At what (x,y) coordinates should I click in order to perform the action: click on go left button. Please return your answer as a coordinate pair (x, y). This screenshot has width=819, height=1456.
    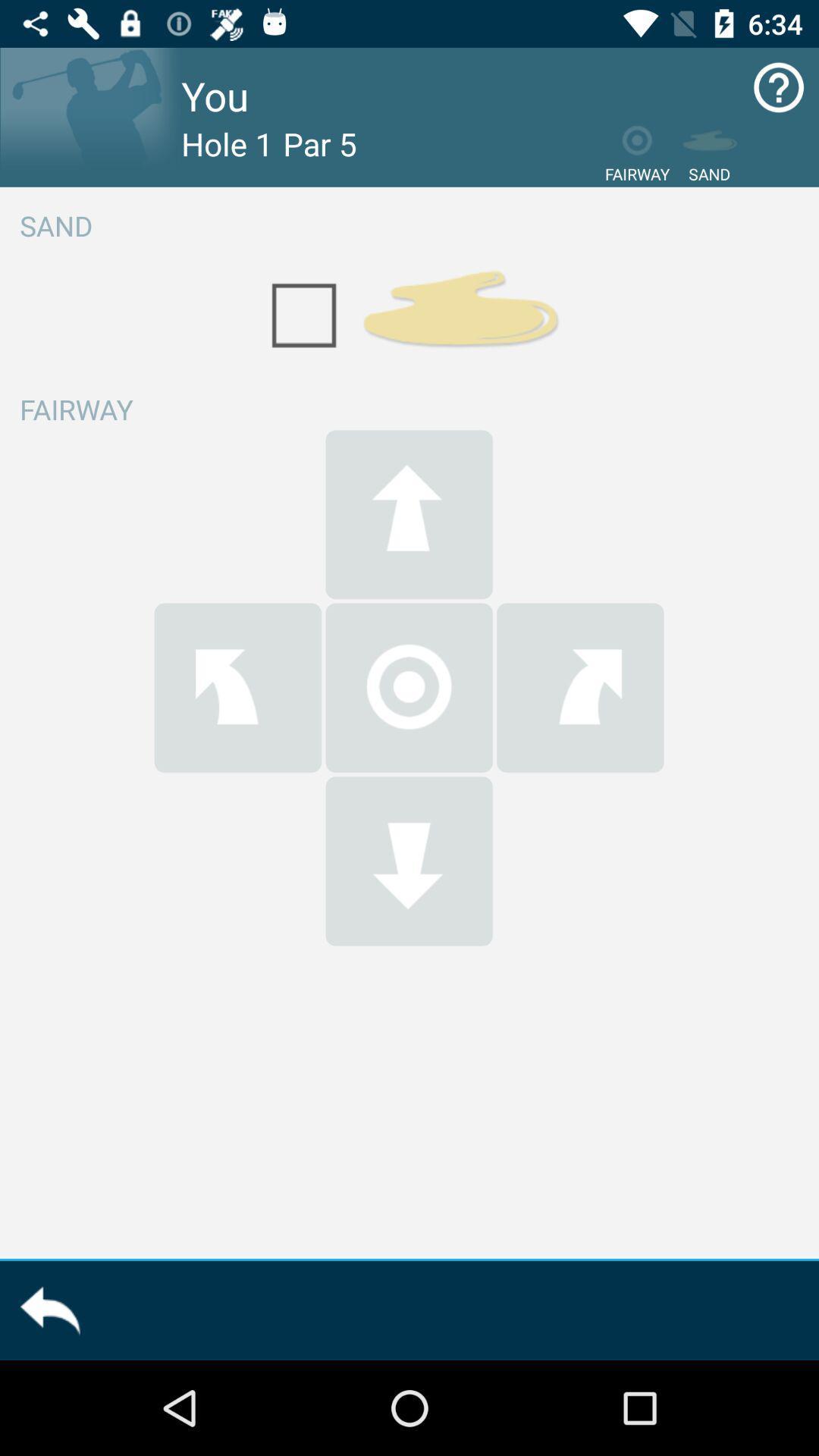
    Looking at the image, I should click on (237, 687).